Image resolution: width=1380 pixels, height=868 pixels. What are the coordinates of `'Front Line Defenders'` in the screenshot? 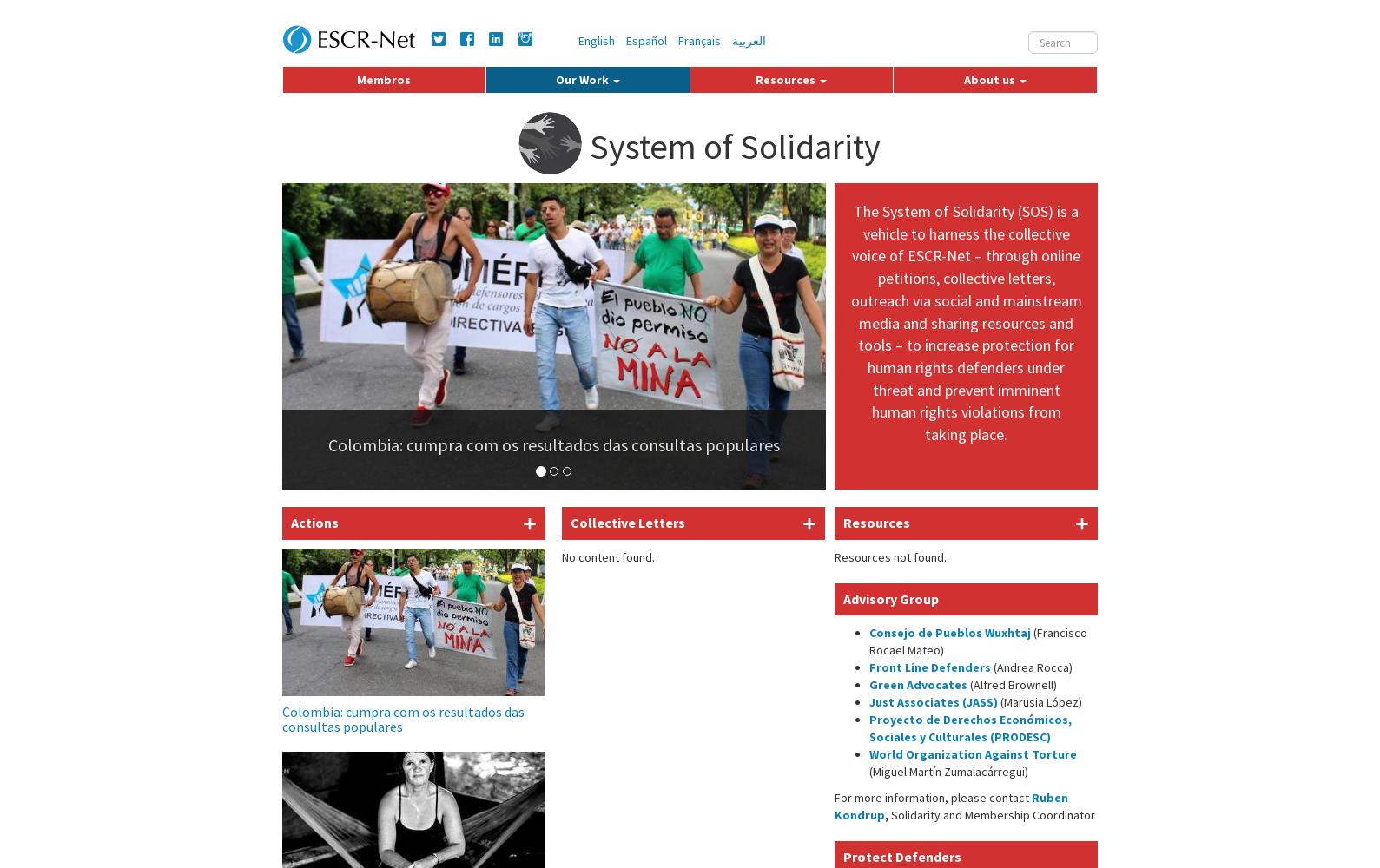 It's located at (928, 667).